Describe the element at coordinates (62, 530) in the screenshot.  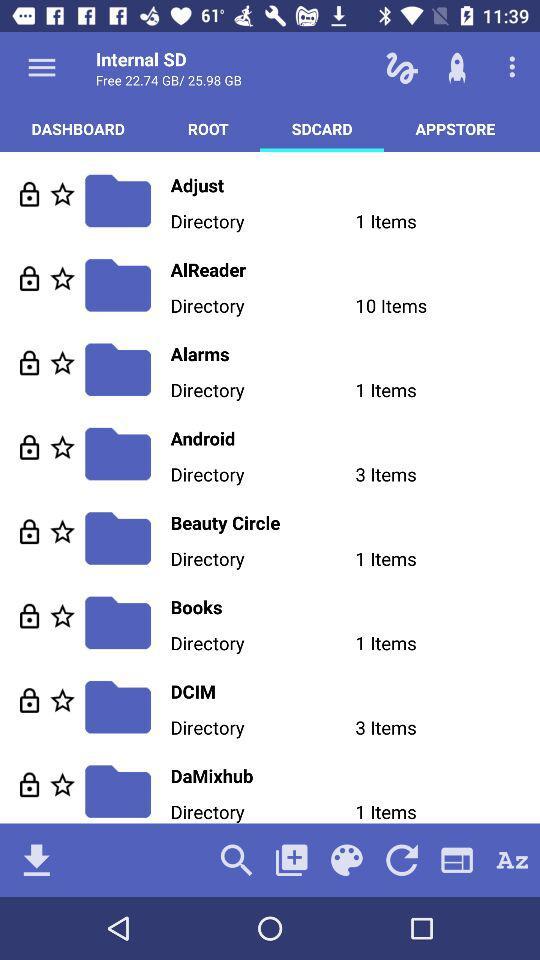
I see `make the content as favourite` at that location.